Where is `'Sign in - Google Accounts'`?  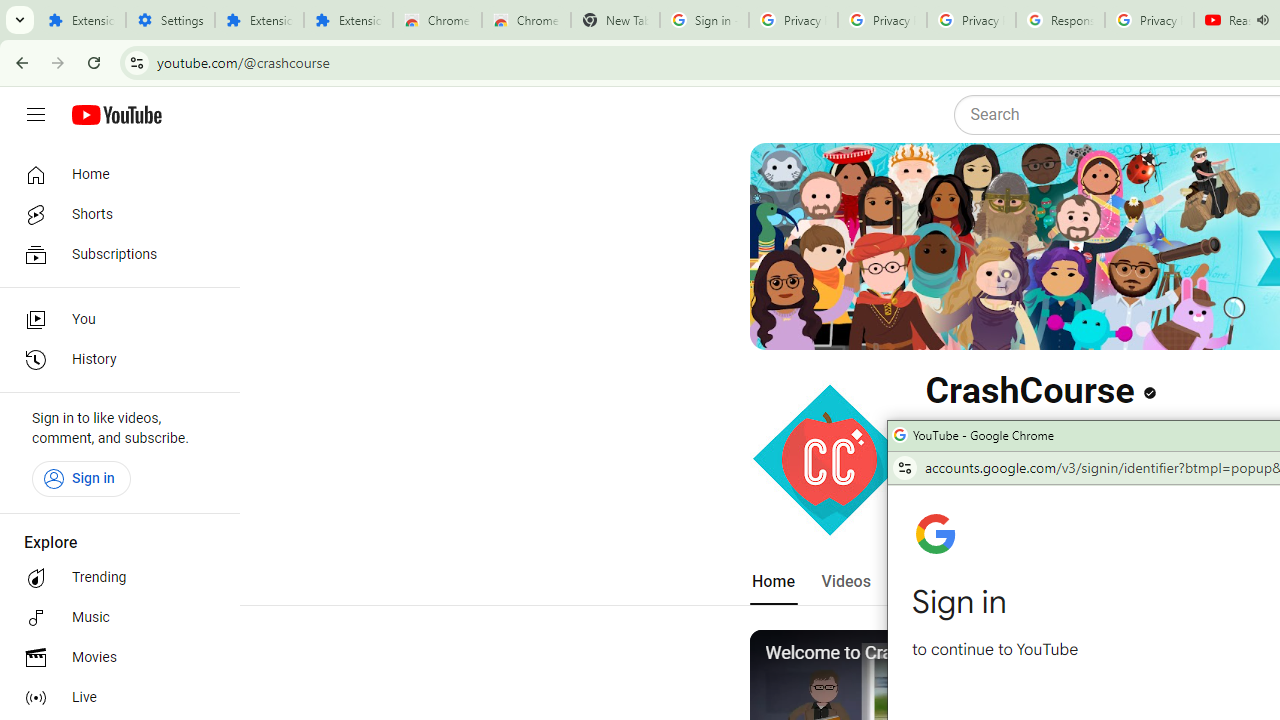 'Sign in - Google Accounts' is located at coordinates (704, 20).